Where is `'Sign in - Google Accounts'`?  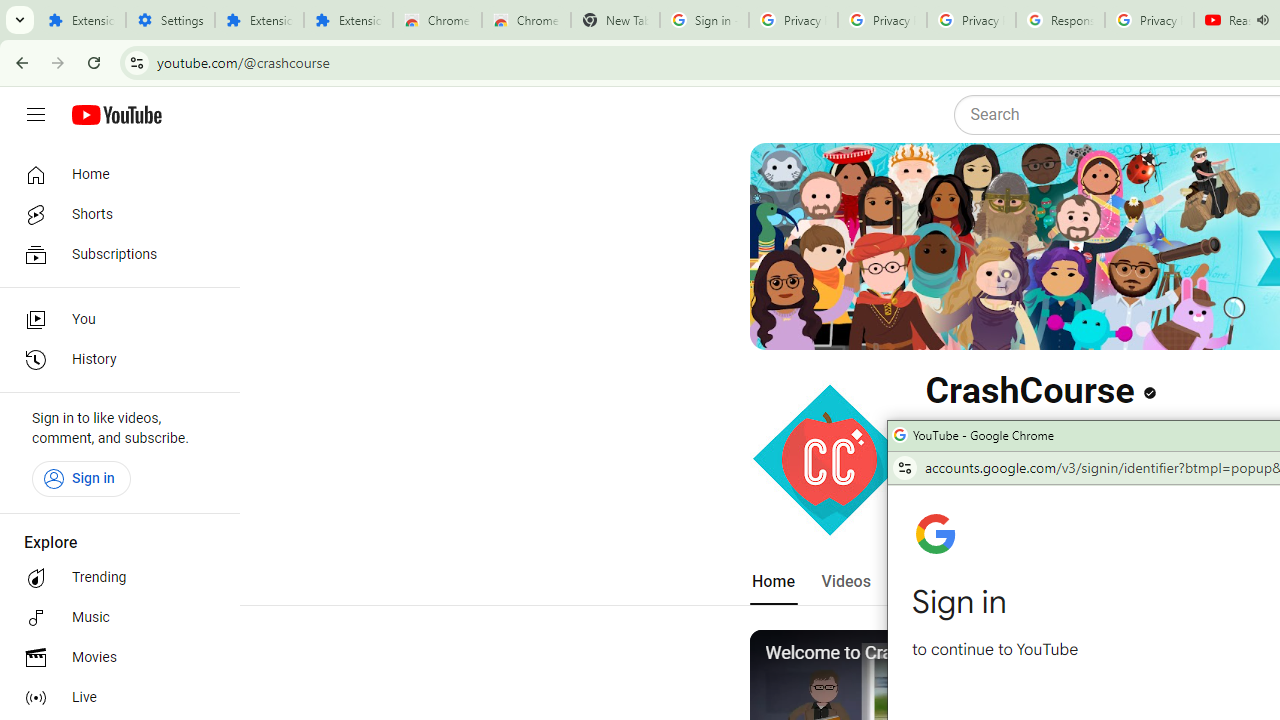 'Sign in - Google Accounts' is located at coordinates (704, 20).